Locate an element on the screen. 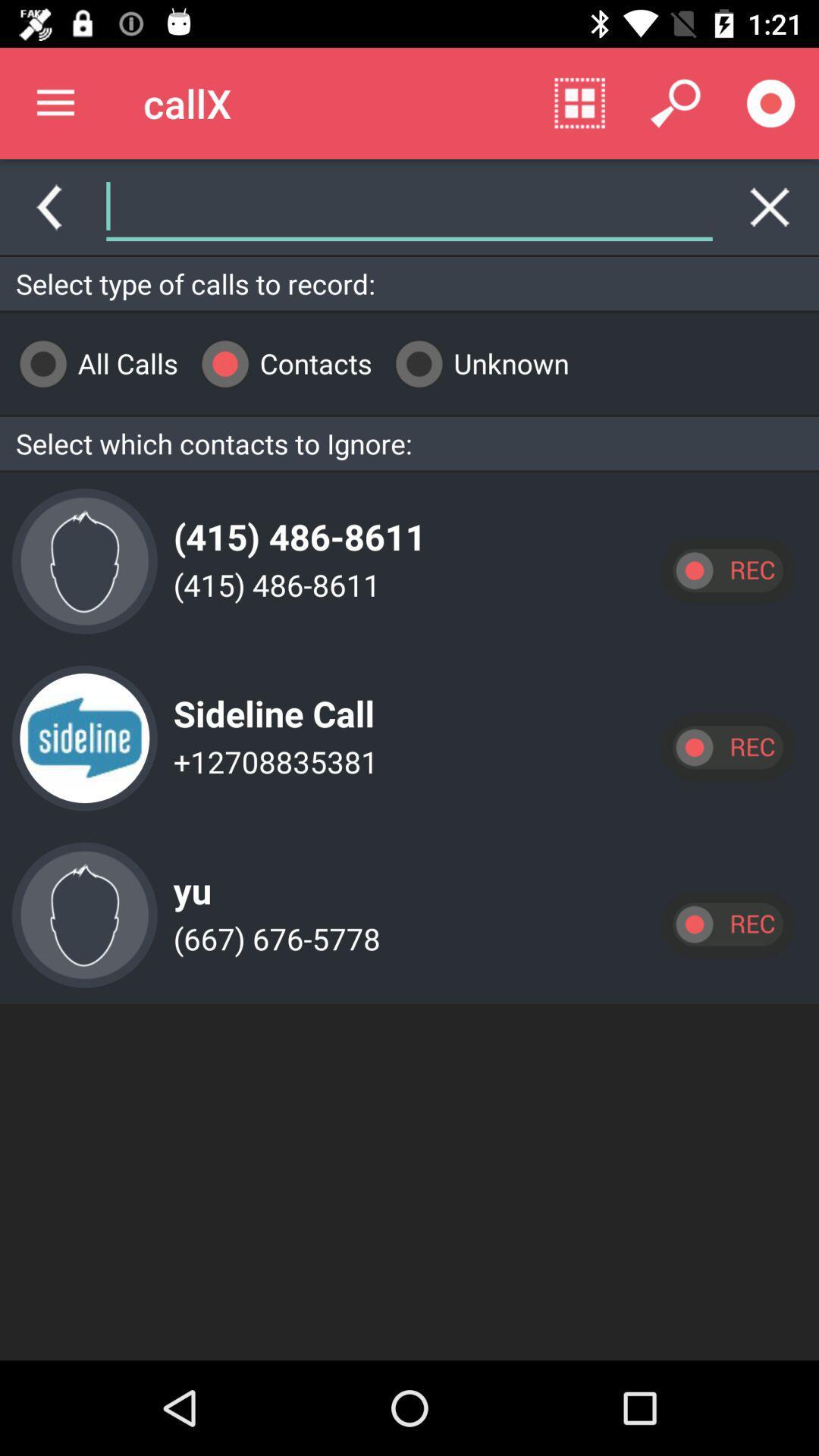  record calls is located at coordinates (726, 747).